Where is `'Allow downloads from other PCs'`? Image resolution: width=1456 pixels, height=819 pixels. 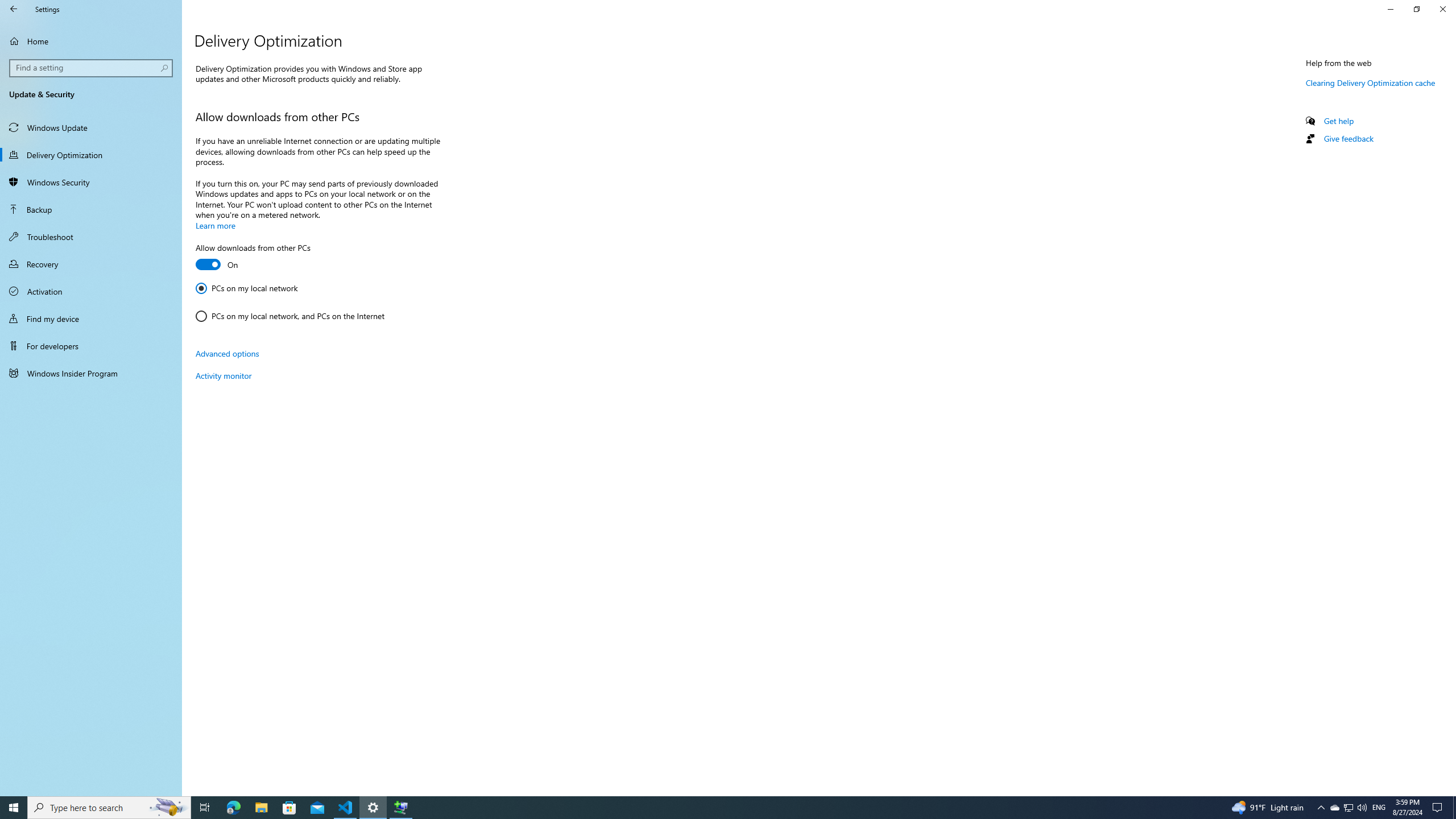
'Allow downloads from other PCs' is located at coordinates (253, 257).